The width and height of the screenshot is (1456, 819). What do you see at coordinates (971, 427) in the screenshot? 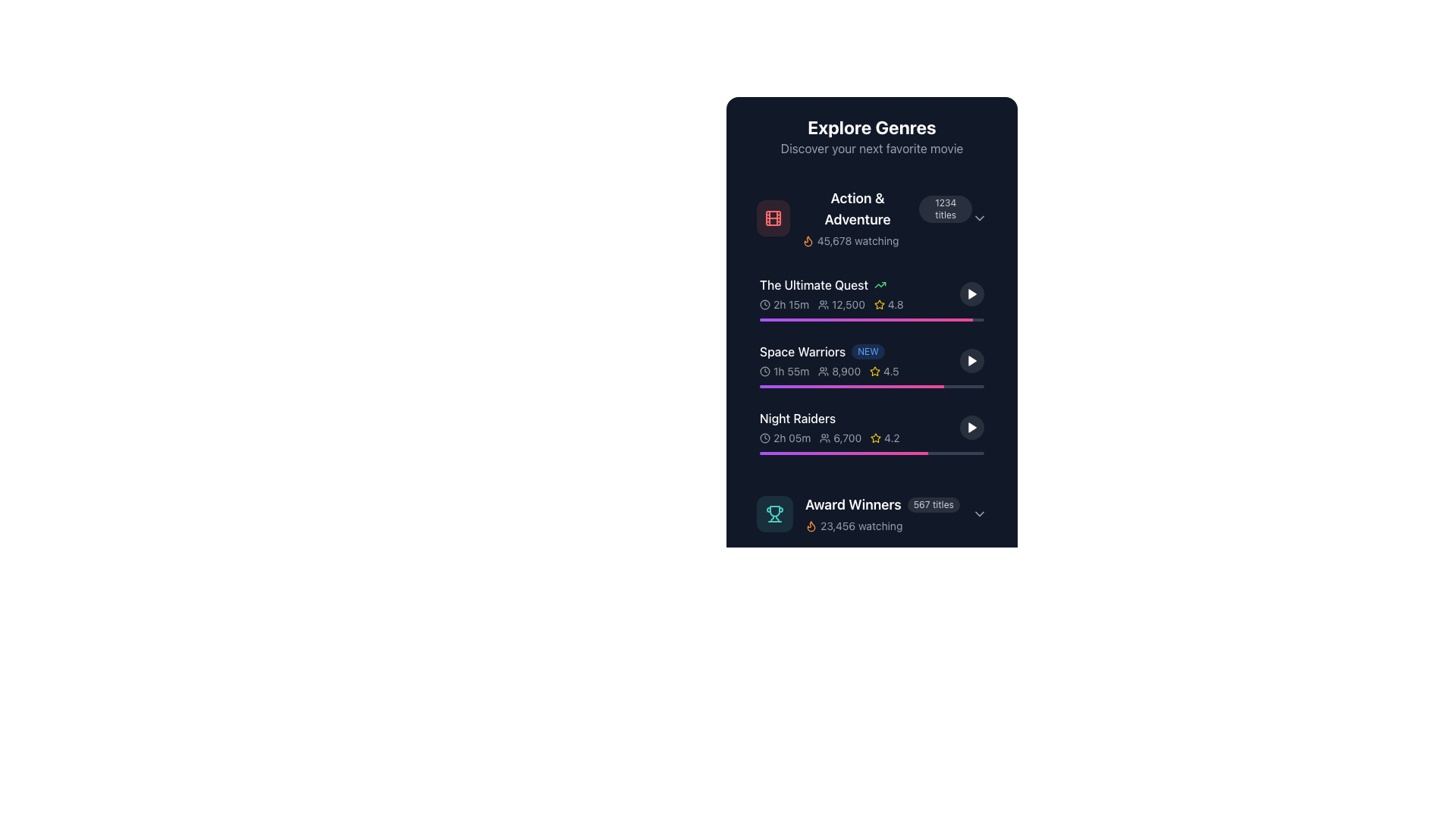
I see `the circular play button with a triangular play icon in the 'Night Raiders' movie entry located at the far-right of the 'Explore Genres' section` at bounding box center [971, 427].